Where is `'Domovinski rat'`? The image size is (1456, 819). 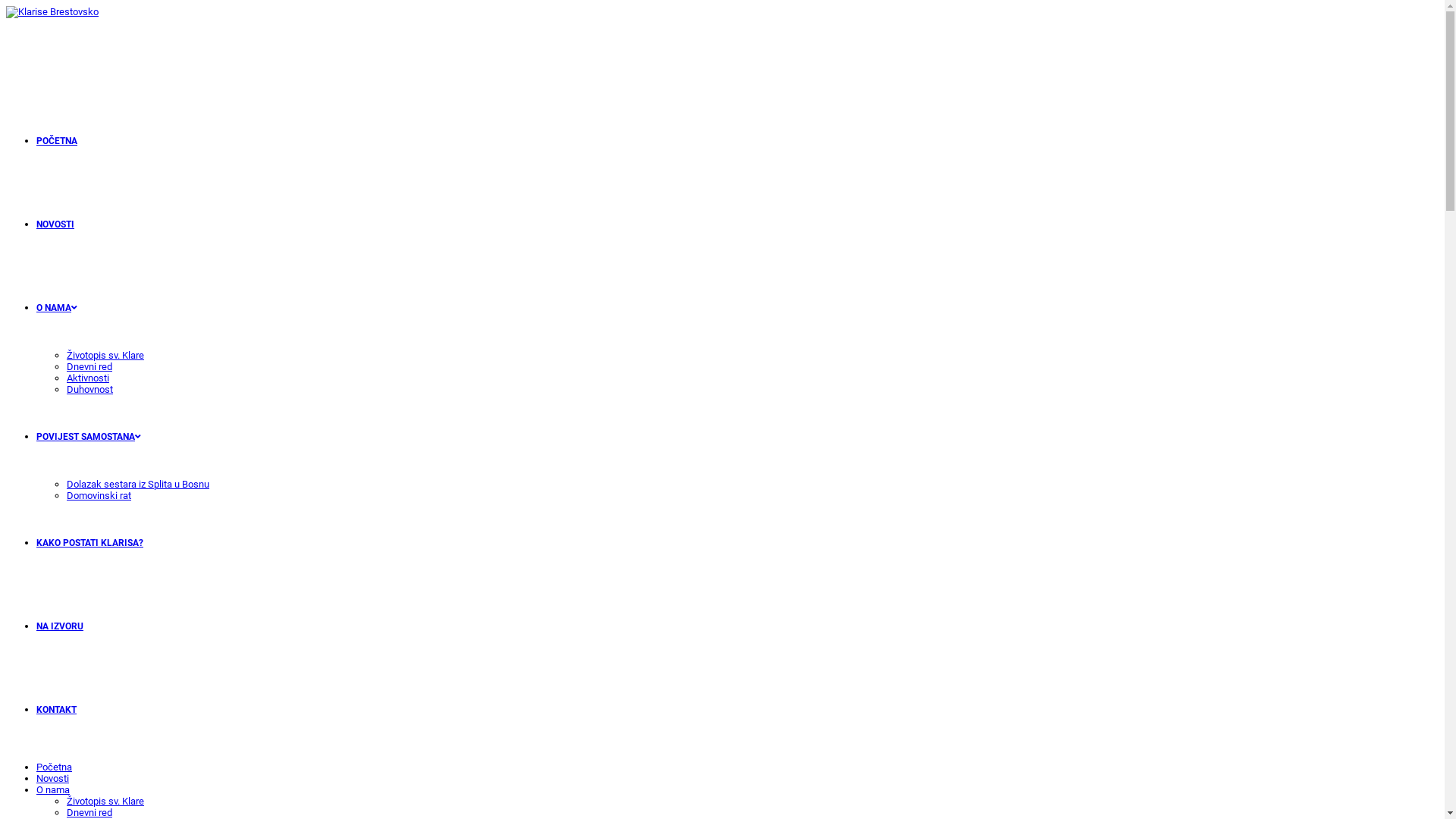 'Domovinski rat' is located at coordinates (98, 495).